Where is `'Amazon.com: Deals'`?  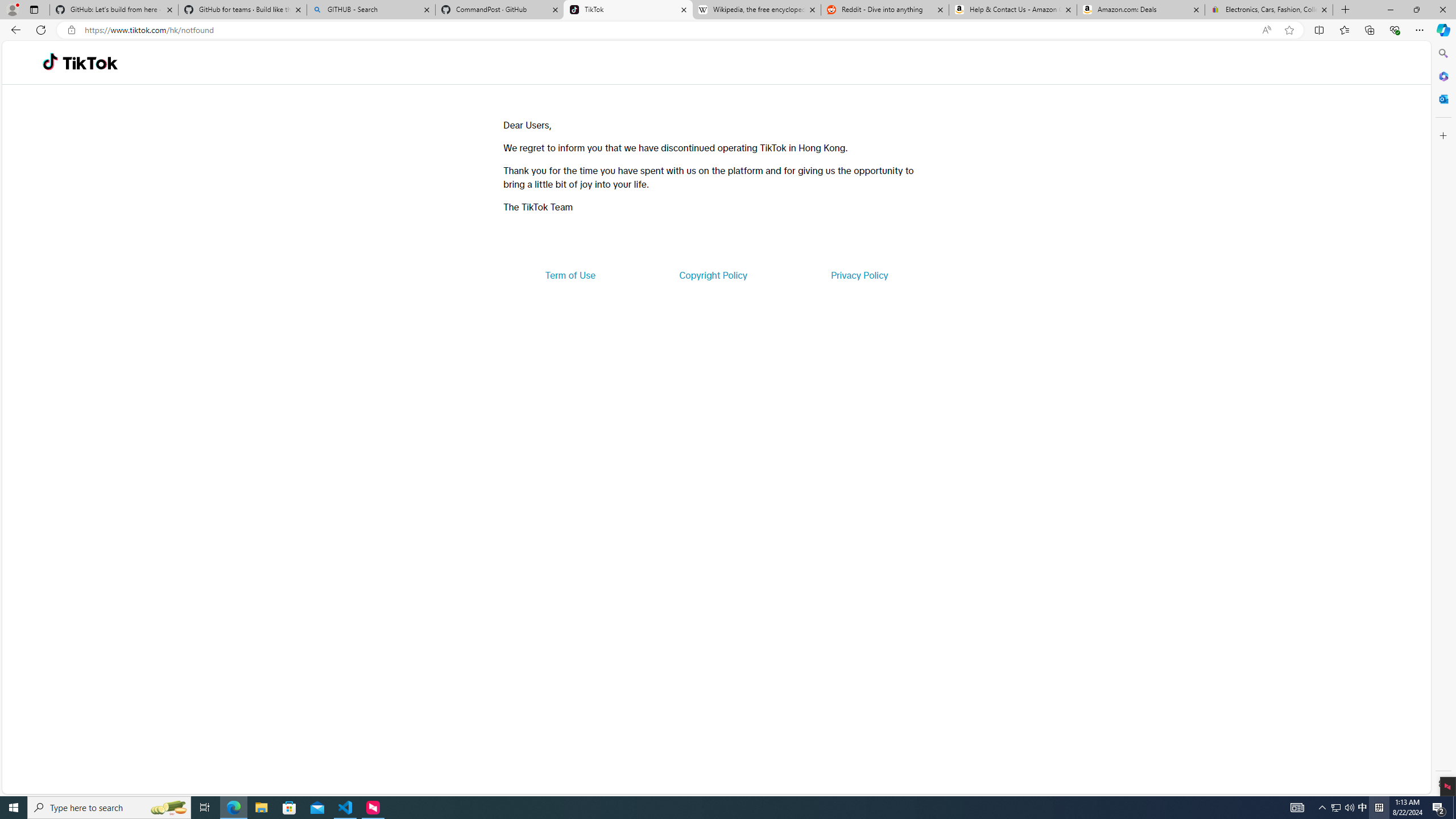
'Amazon.com: Deals' is located at coordinates (1140, 9).